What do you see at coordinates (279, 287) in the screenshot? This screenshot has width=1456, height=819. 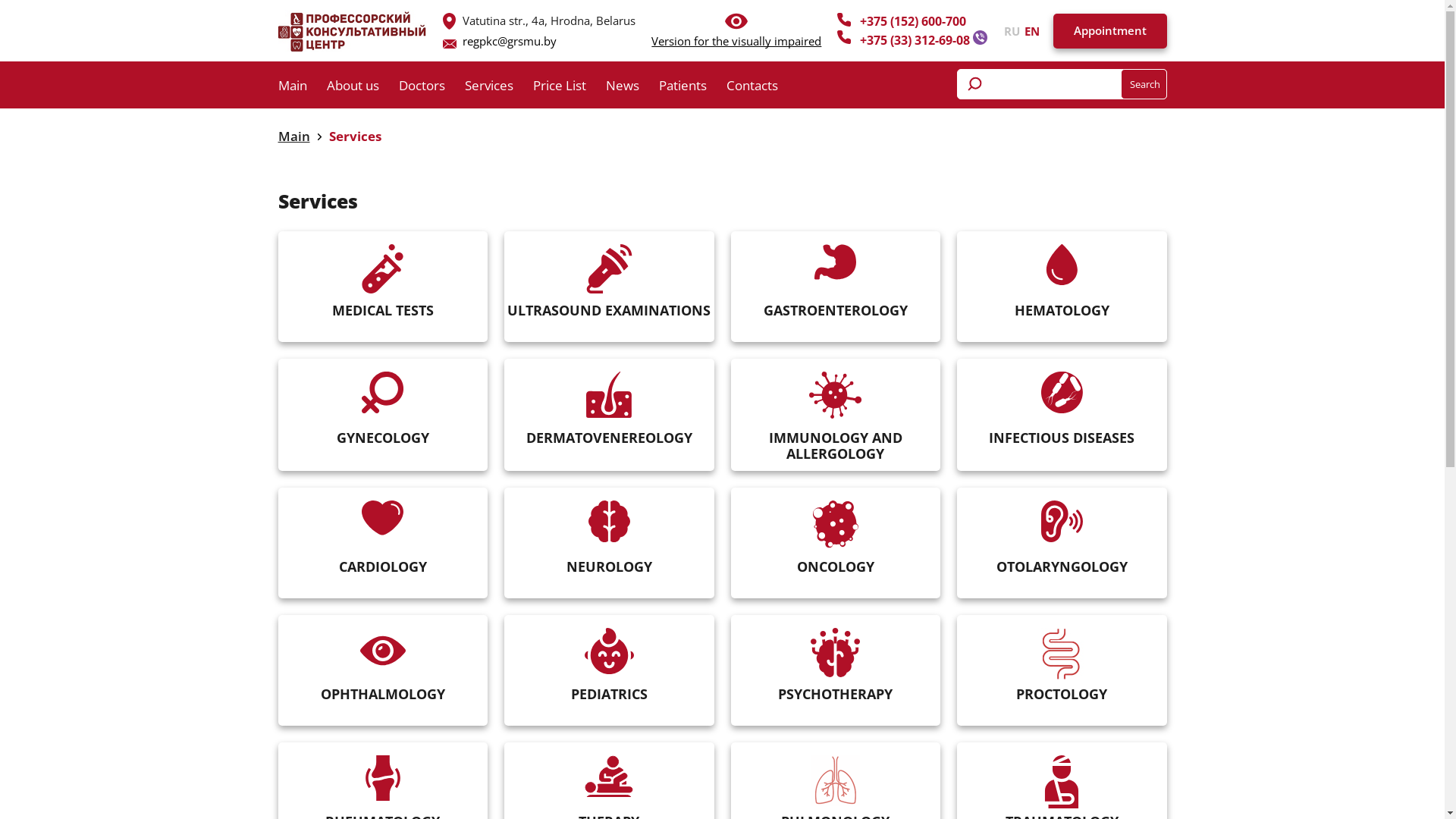 I see `'MEDICAL TESTS'` at bounding box center [279, 287].